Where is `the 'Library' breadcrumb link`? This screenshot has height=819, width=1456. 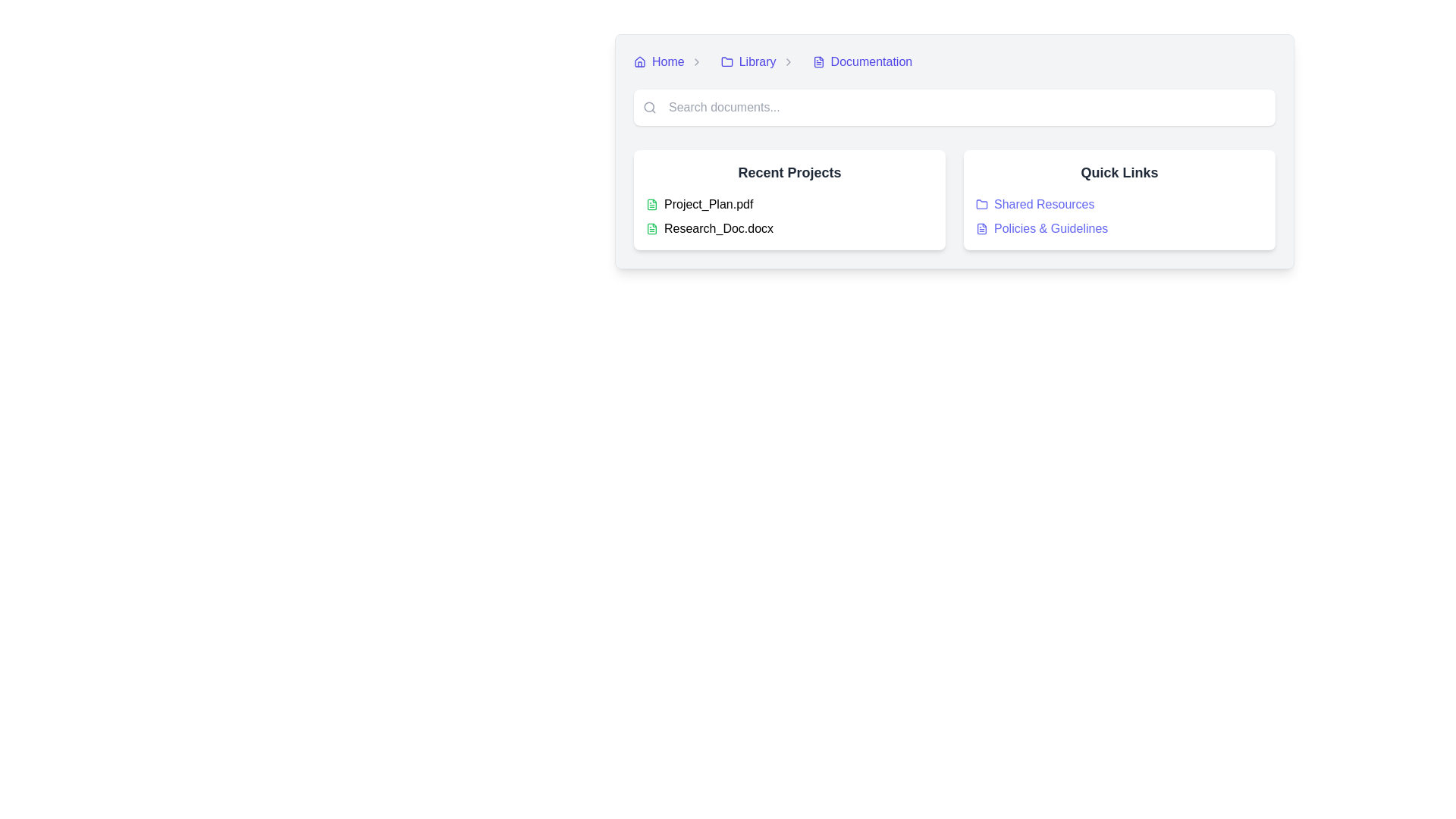 the 'Library' breadcrumb link is located at coordinates (761, 61).